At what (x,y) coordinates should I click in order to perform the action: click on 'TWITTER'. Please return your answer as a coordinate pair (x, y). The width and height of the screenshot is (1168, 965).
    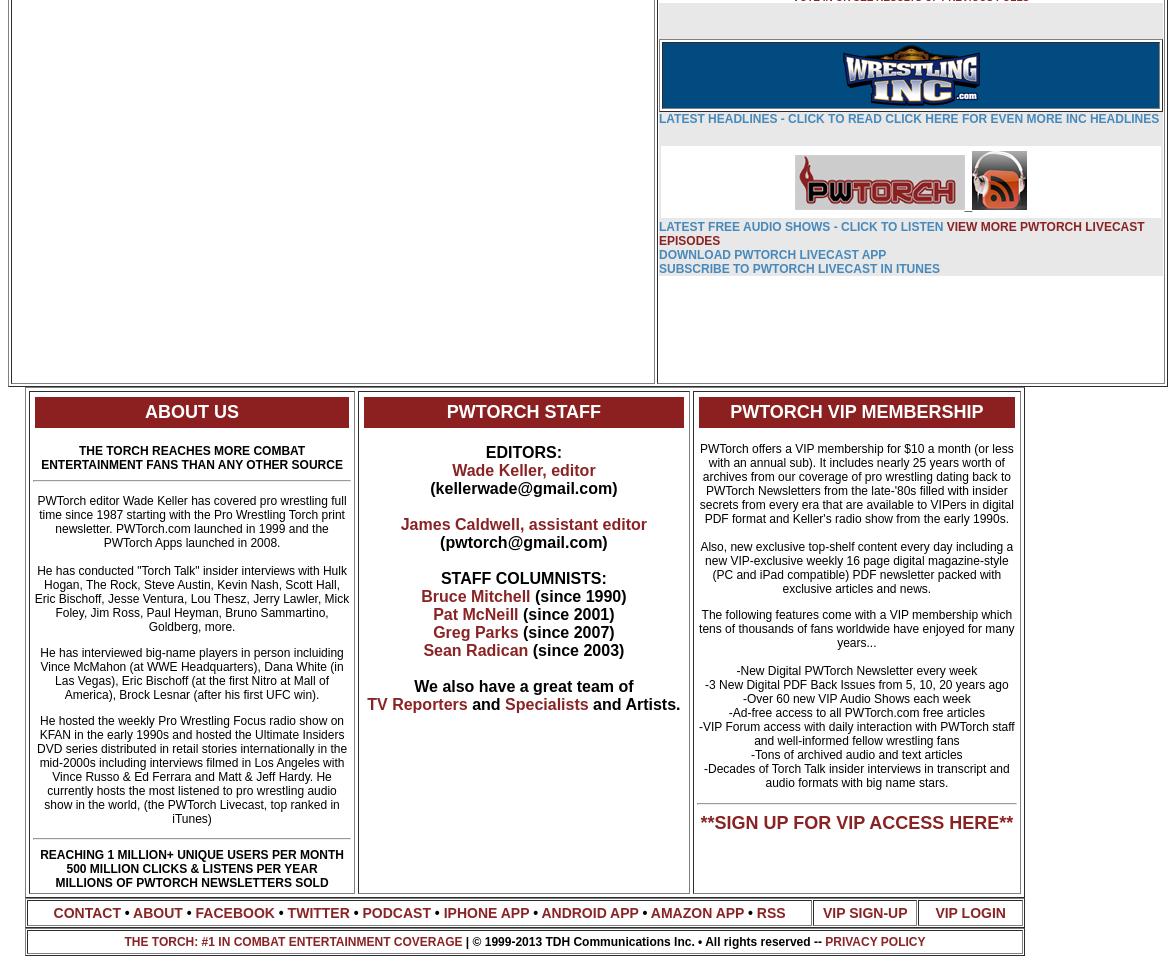
    Looking at the image, I should click on (318, 911).